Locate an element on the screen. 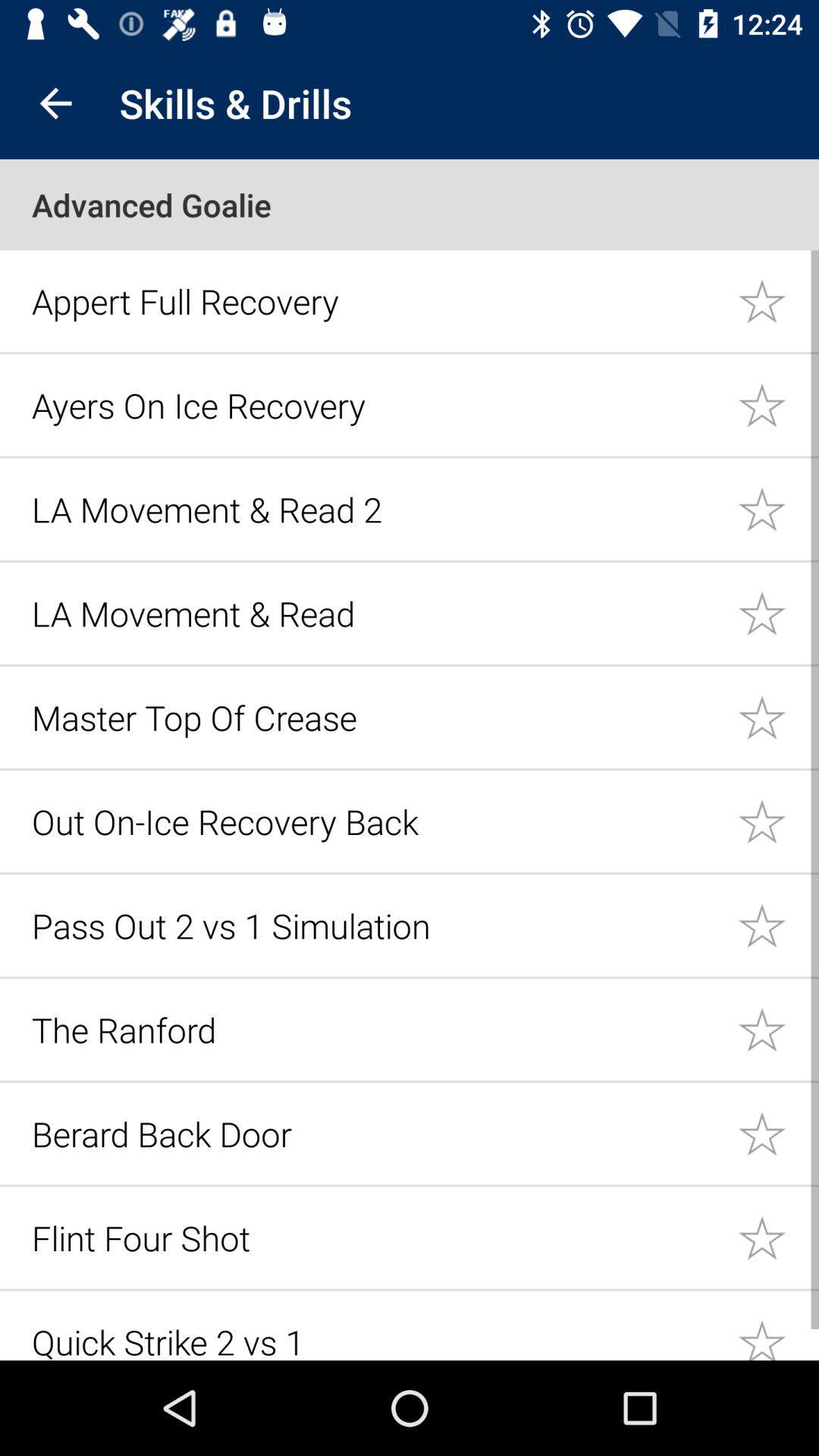 Image resolution: width=819 pixels, height=1456 pixels. make favorite is located at coordinates (778, 1326).